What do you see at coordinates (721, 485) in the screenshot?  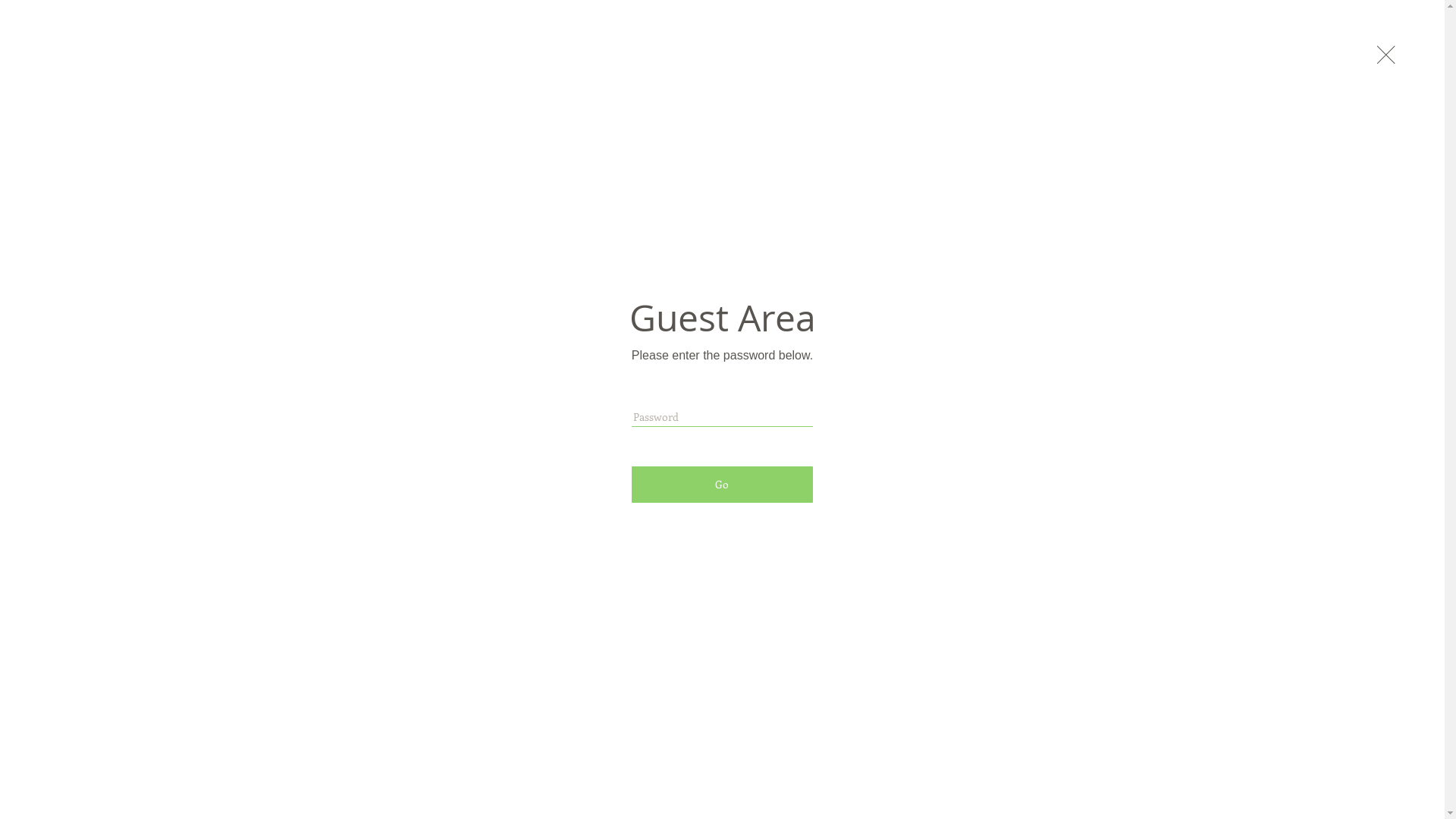 I see `'Go'` at bounding box center [721, 485].